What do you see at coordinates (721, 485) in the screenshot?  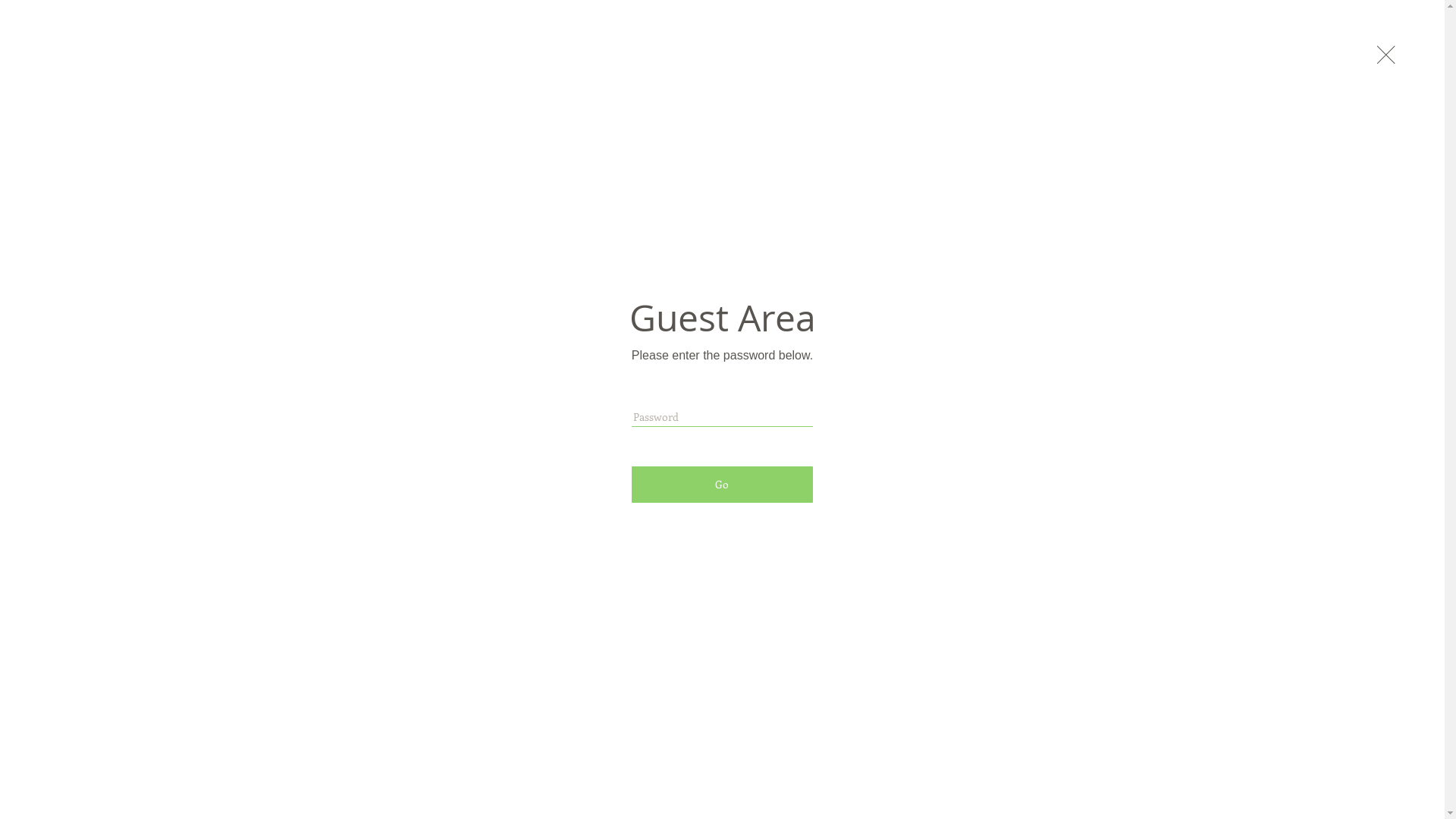 I see `'Go'` at bounding box center [721, 485].